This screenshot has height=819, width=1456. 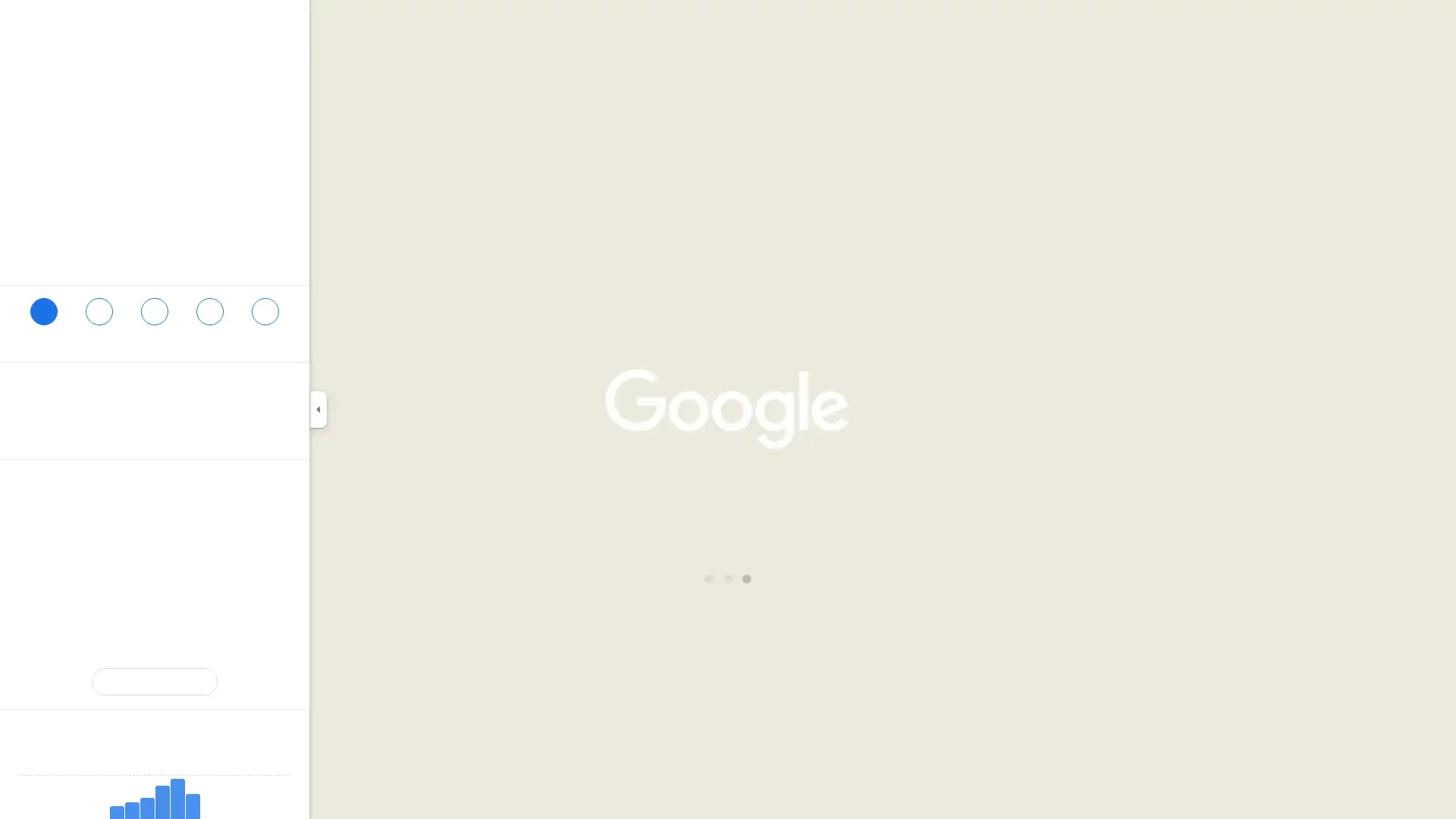 What do you see at coordinates (286, 716) in the screenshot?
I see `Information about Popular Times` at bounding box center [286, 716].